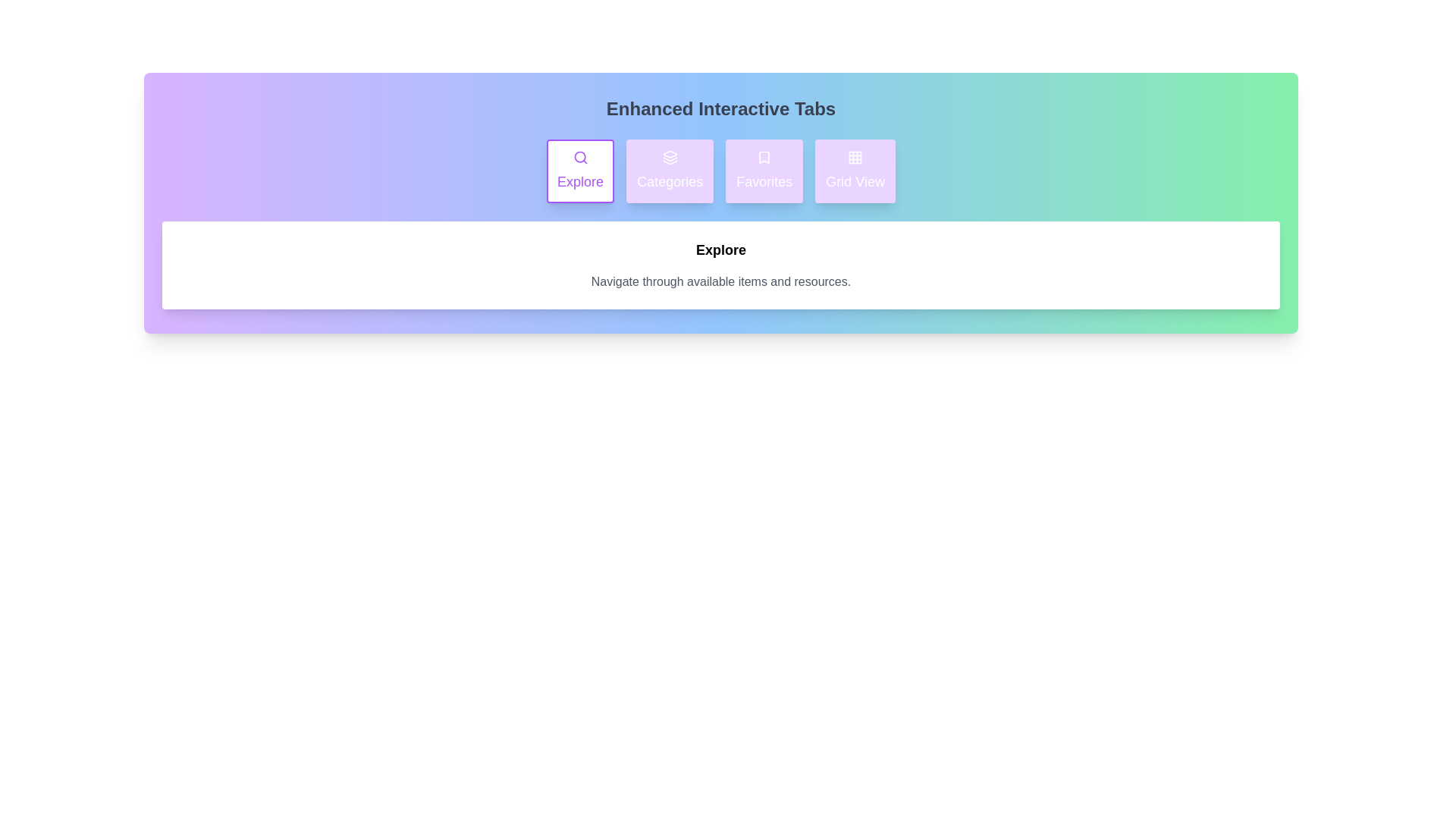 The width and height of the screenshot is (1456, 819). I want to click on the tab labeled Explore to observe the hover effect, so click(579, 171).